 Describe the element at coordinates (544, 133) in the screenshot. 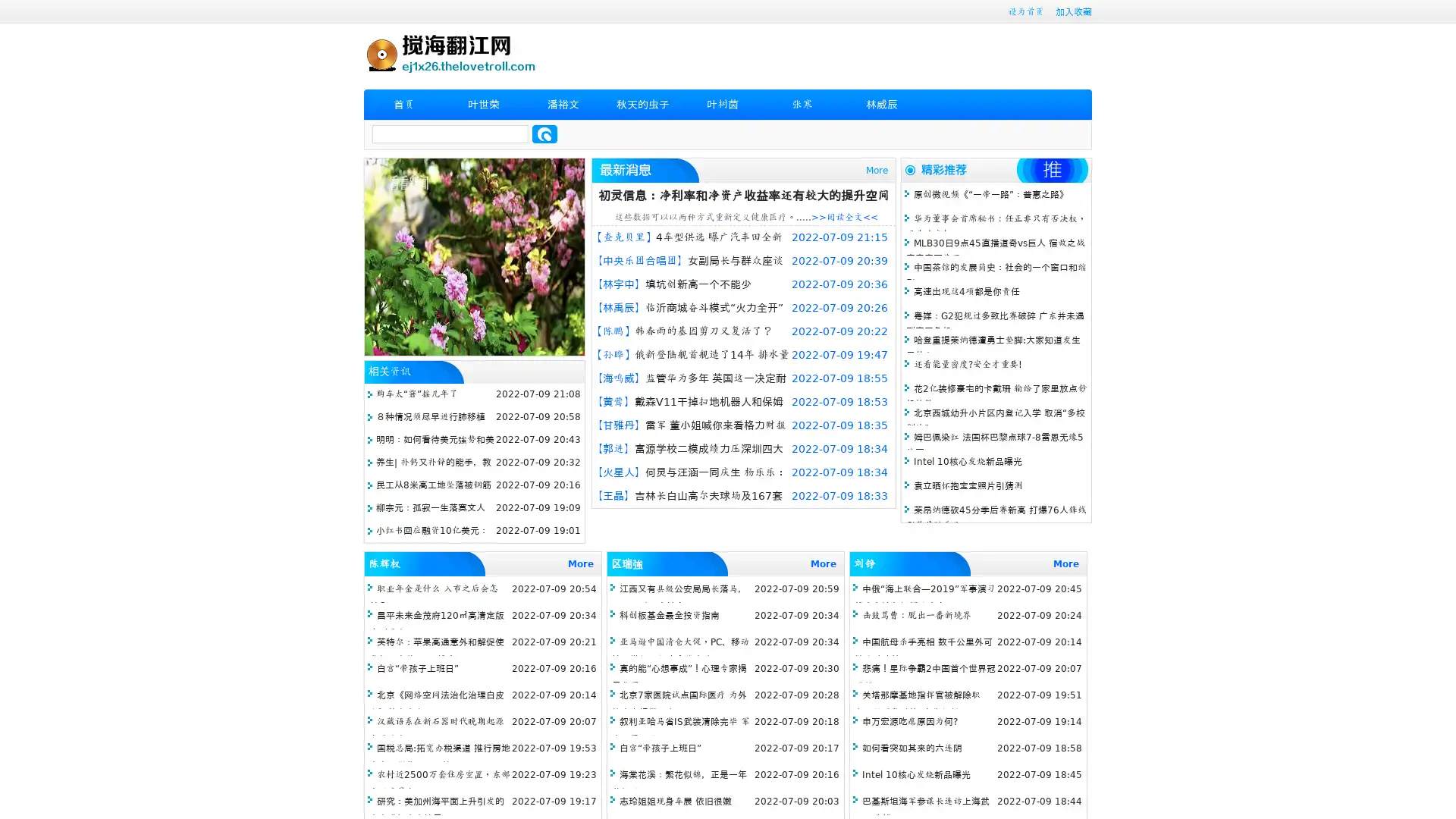

I see `Search` at that location.